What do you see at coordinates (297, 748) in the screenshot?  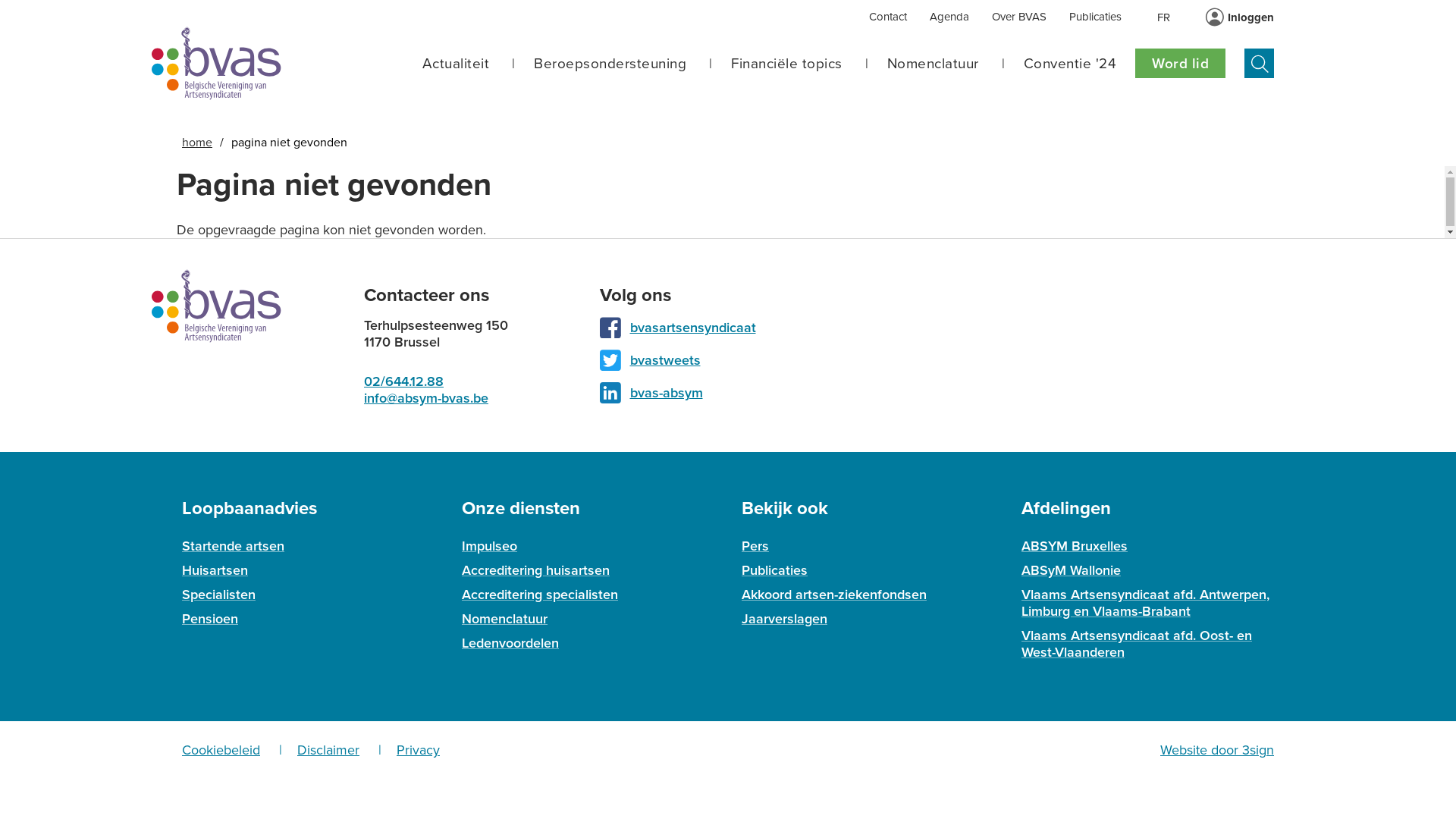 I see `'Disclaimer'` at bounding box center [297, 748].